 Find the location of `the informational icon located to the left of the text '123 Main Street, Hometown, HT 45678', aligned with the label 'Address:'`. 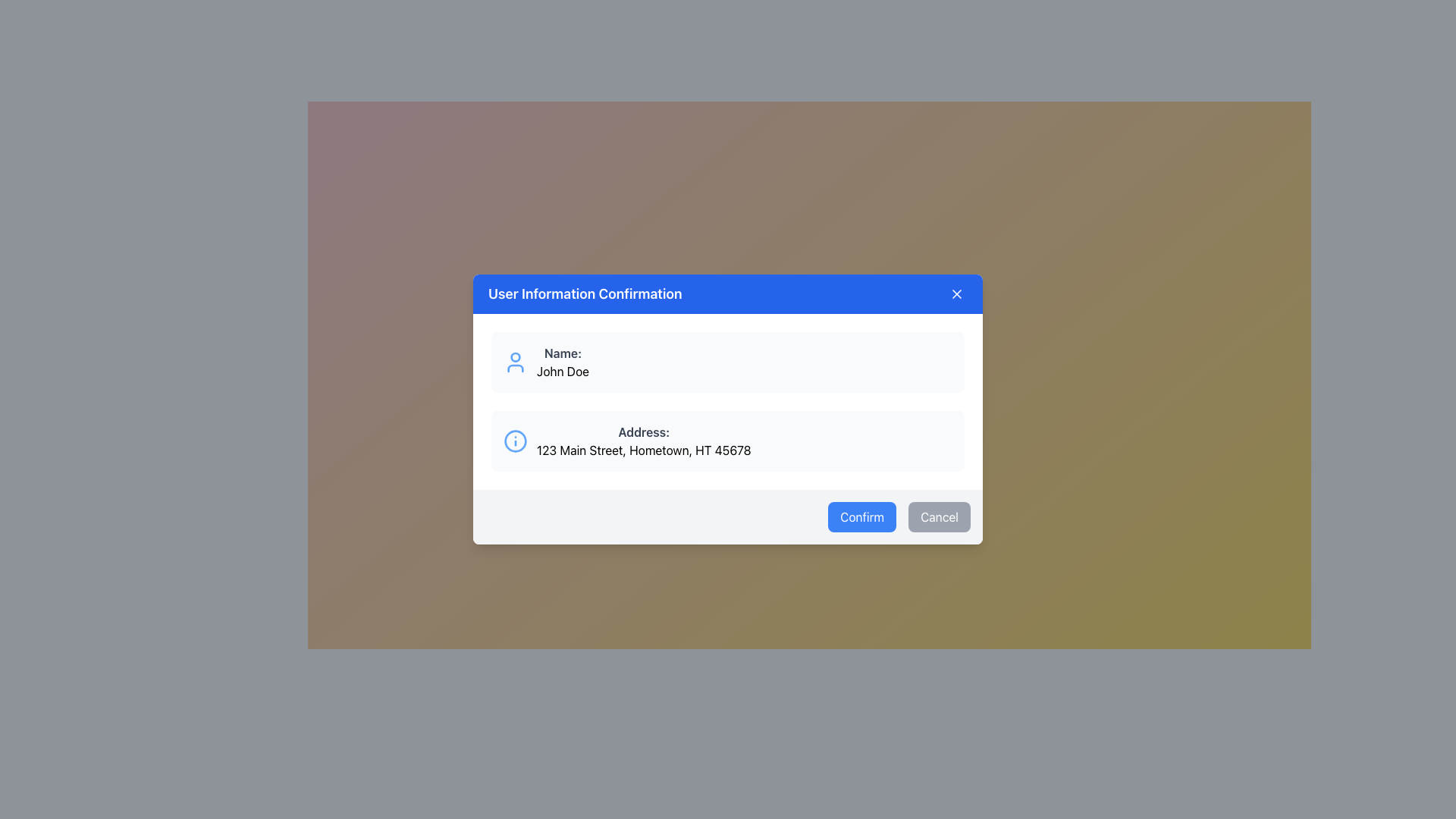

the informational icon located to the left of the text '123 Main Street, Hometown, HT 45678', aligned with the label 'Address:' is located at coordinates (516, 441).